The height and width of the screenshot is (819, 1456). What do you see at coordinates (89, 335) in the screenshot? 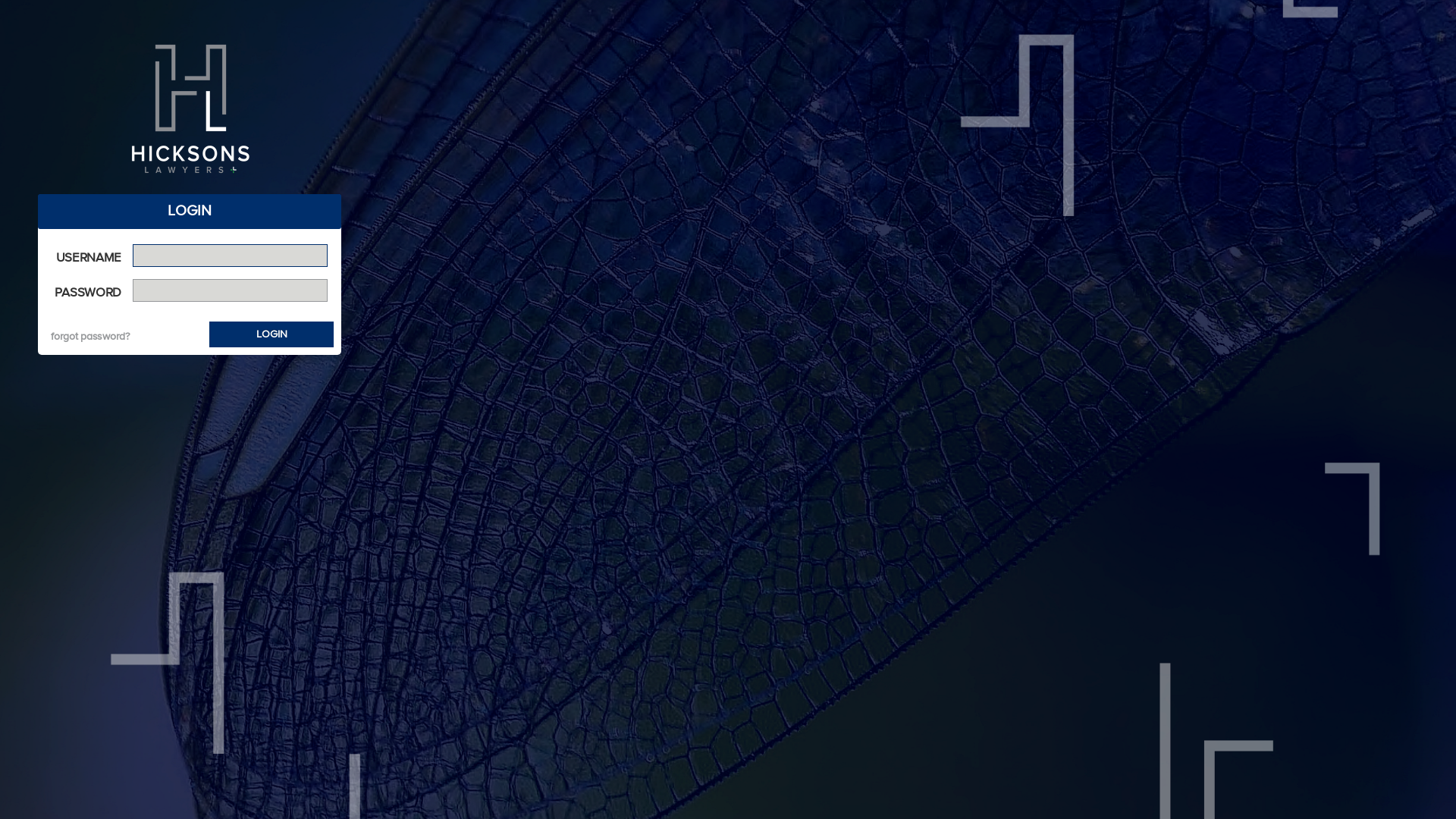
I see `'forgot password?'` at bounding box center [89, 335].